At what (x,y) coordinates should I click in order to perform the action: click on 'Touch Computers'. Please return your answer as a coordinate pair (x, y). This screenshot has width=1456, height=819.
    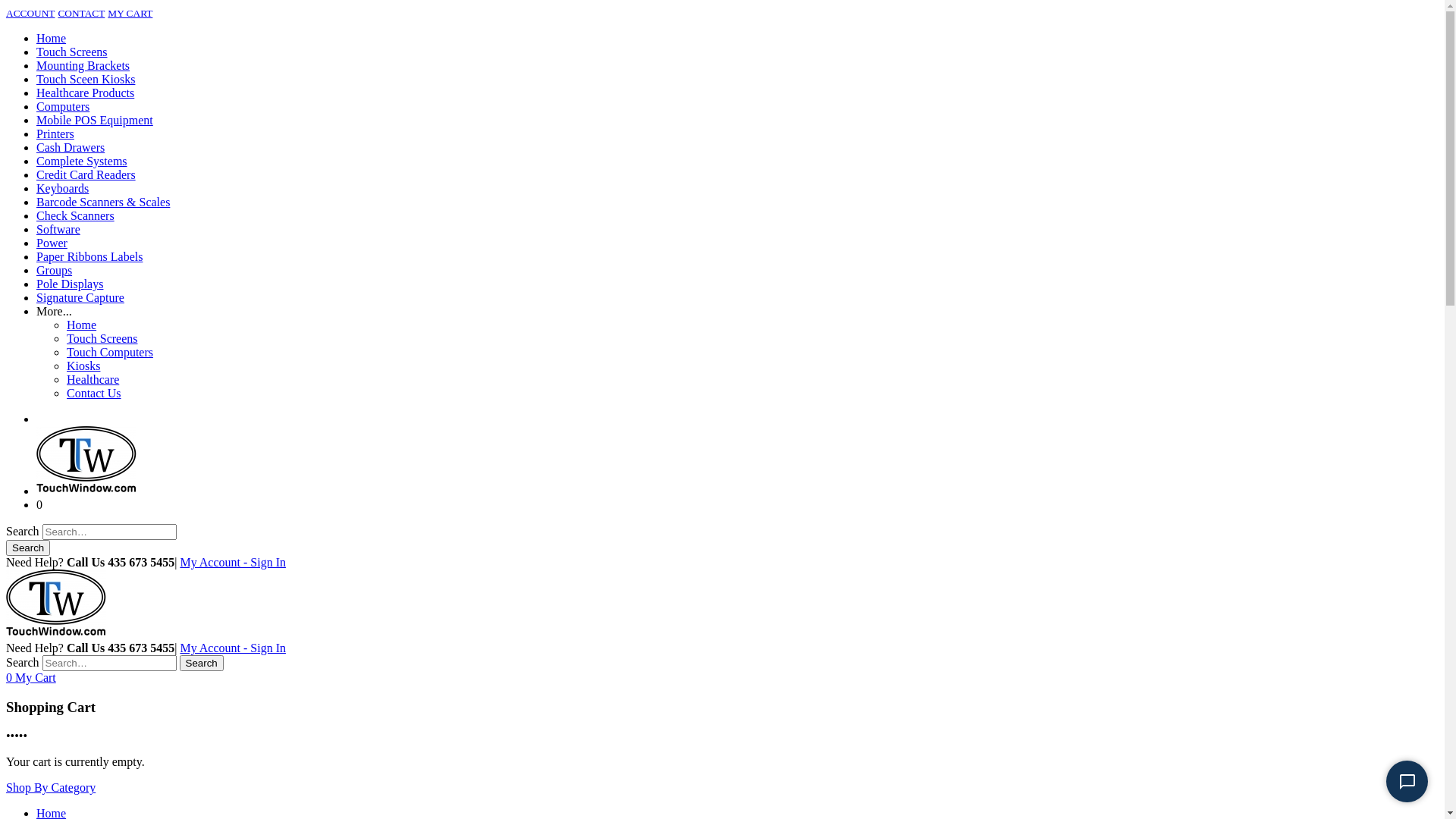
    Looking at the image, I should click on (108, 352).